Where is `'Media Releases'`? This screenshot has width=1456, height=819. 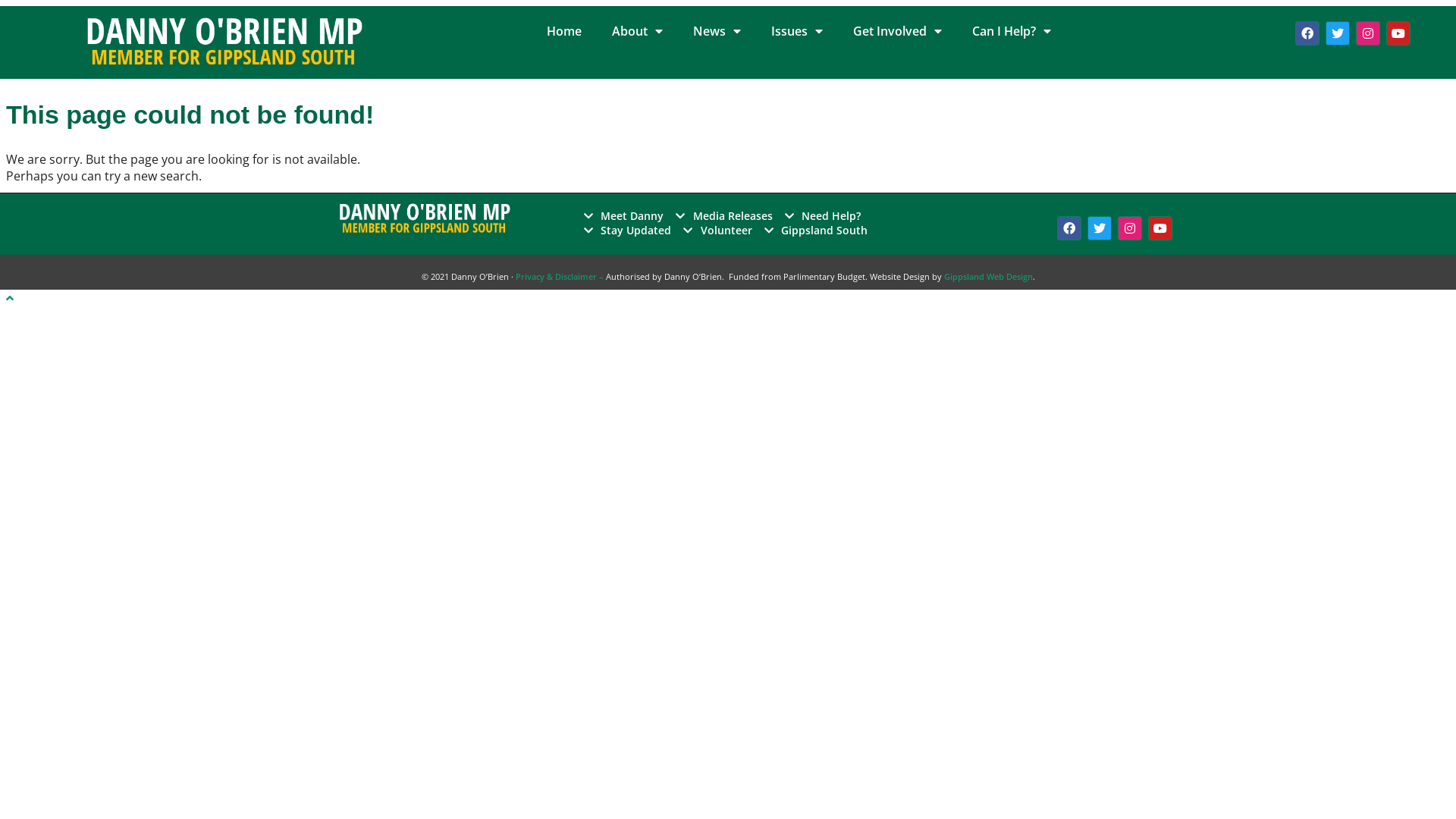
'Media Releases' is located at coordinates (723, 215).